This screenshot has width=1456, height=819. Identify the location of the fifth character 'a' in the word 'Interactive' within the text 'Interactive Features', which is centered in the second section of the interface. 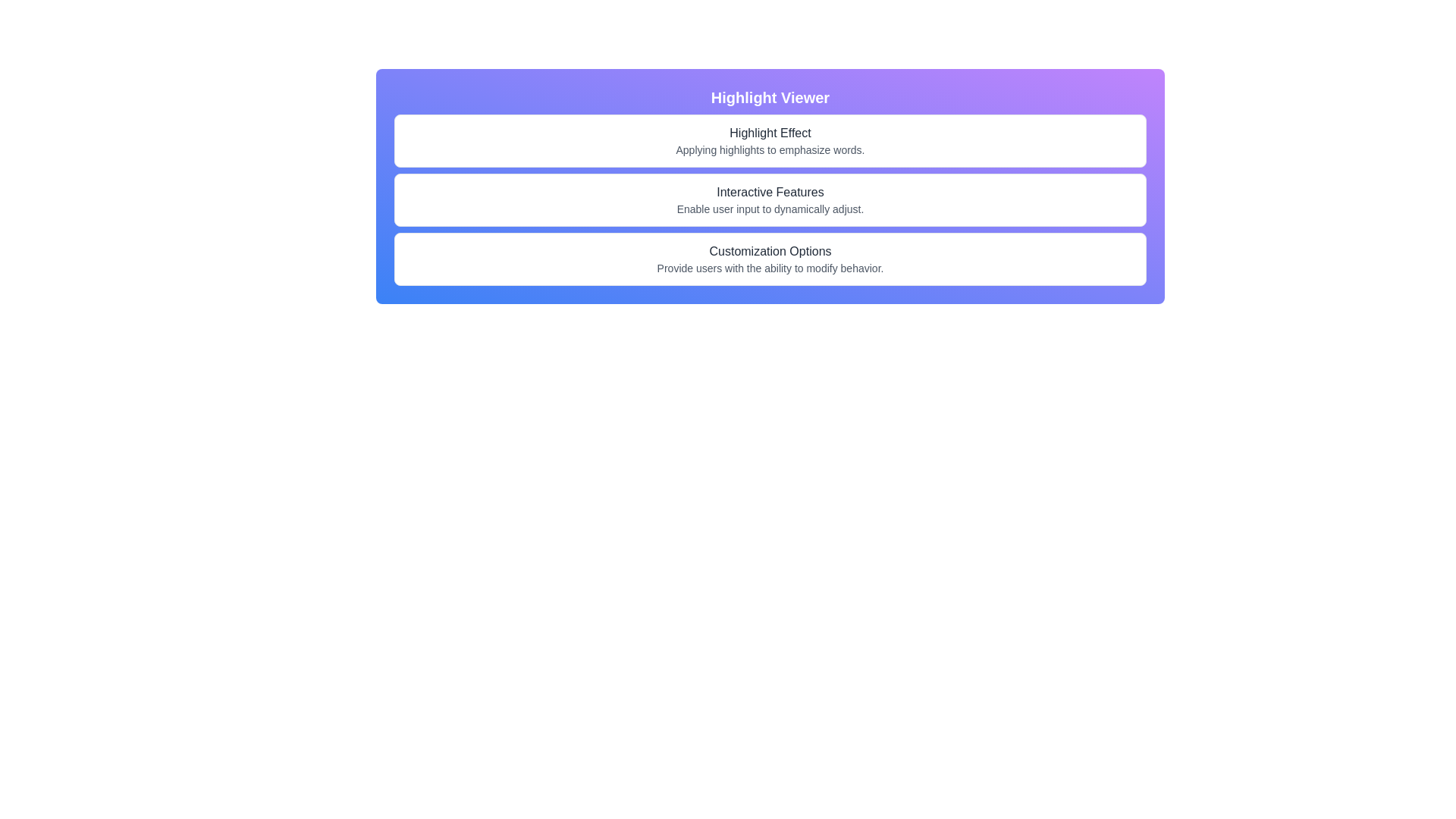
(739, 191).